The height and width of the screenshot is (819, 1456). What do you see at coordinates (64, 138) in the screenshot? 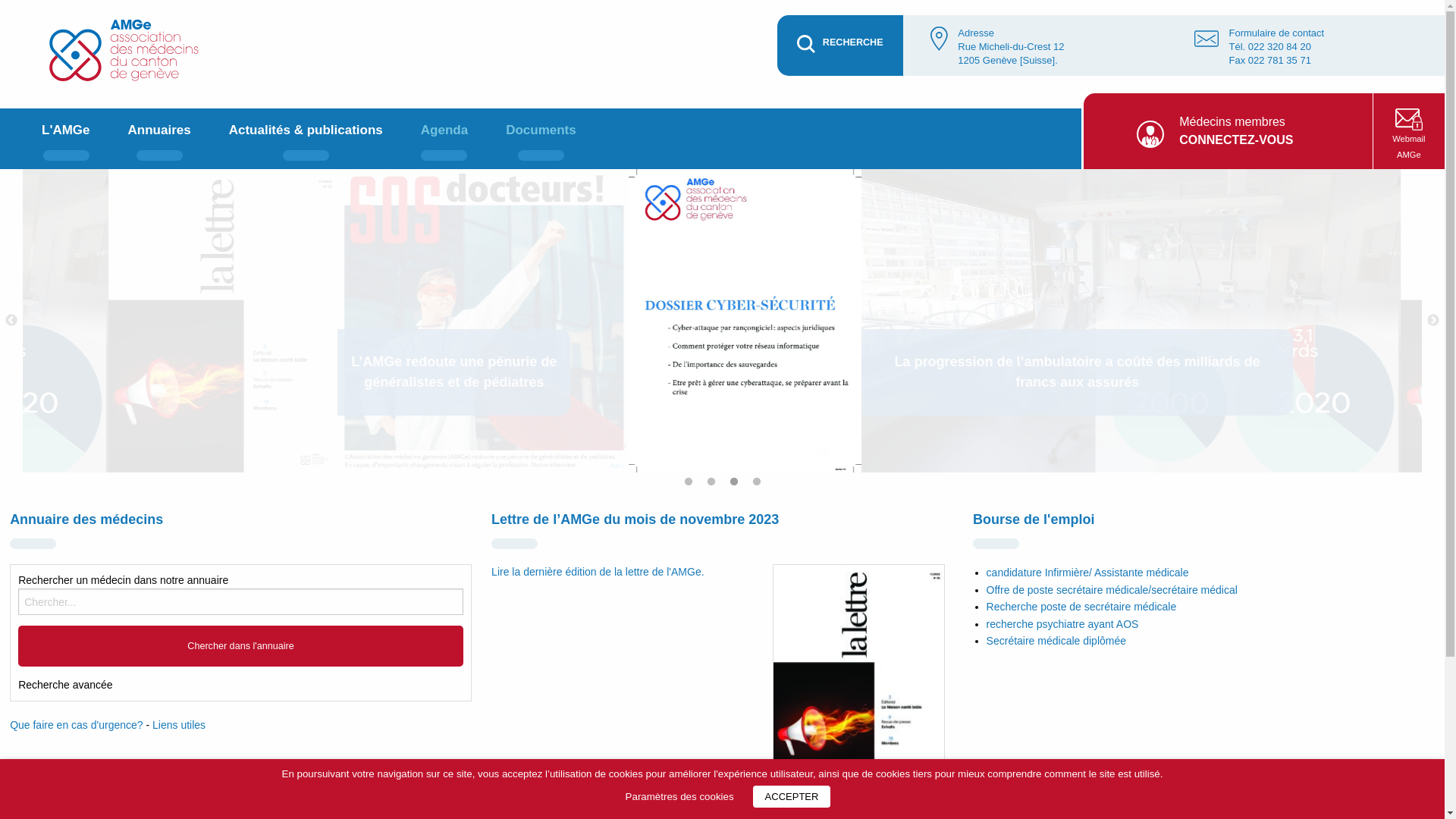
I see `'L'AMGe'` at bounding box center [64, 138].